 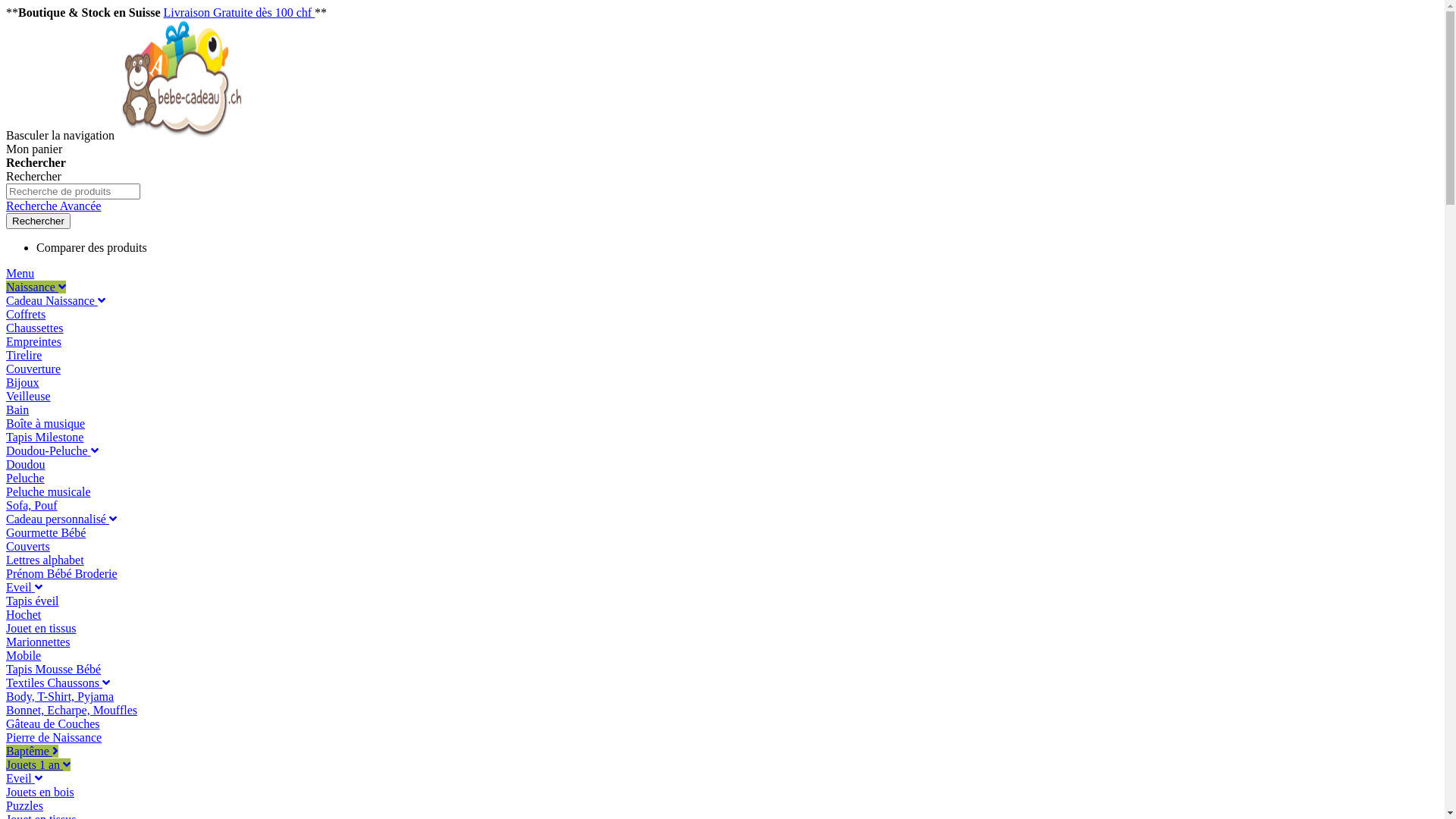 I want to click on 'Pierre de Naissance', so click(x=54, y=736).